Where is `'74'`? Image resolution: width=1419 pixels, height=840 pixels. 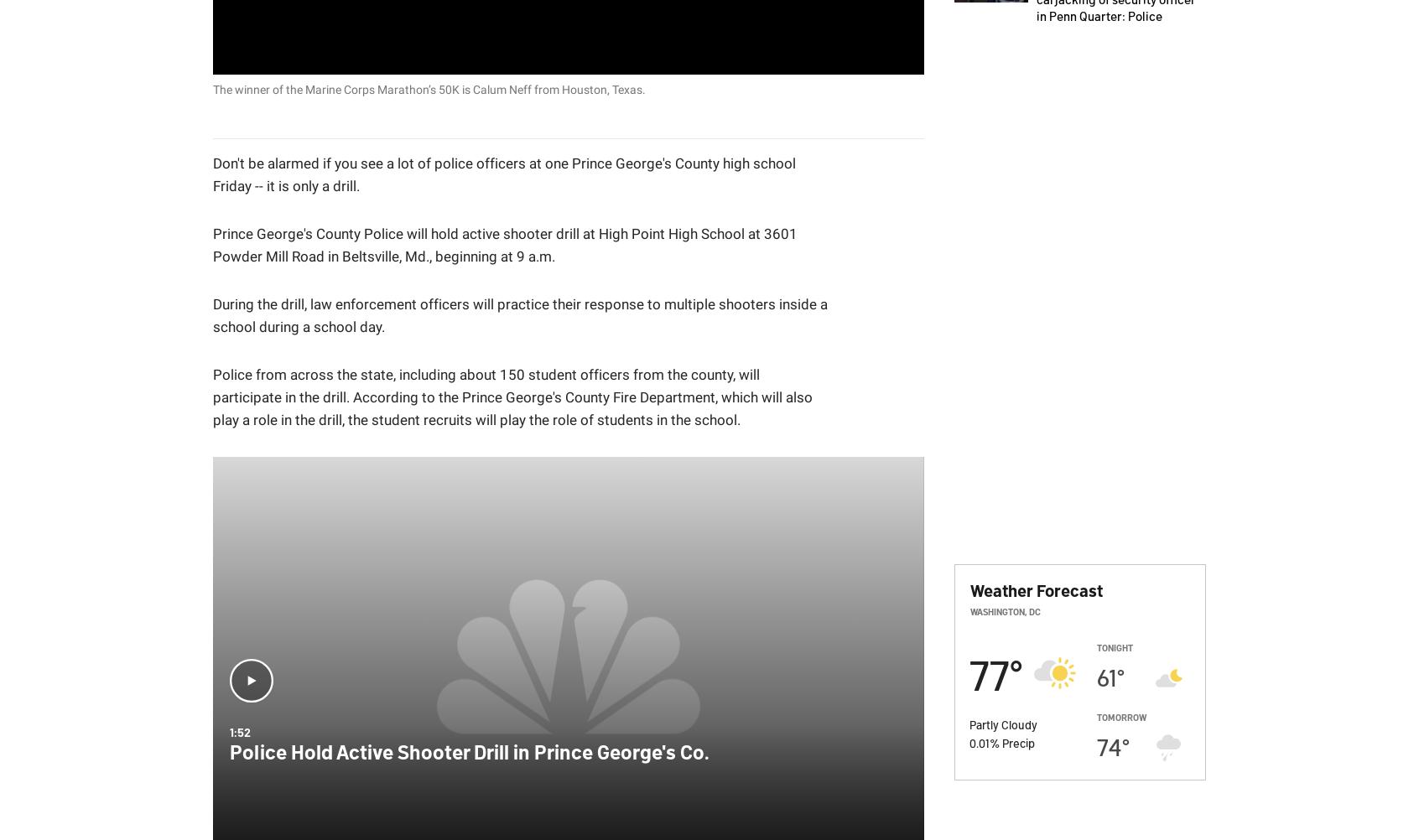
'74' is located at coordinates (1108, 745).